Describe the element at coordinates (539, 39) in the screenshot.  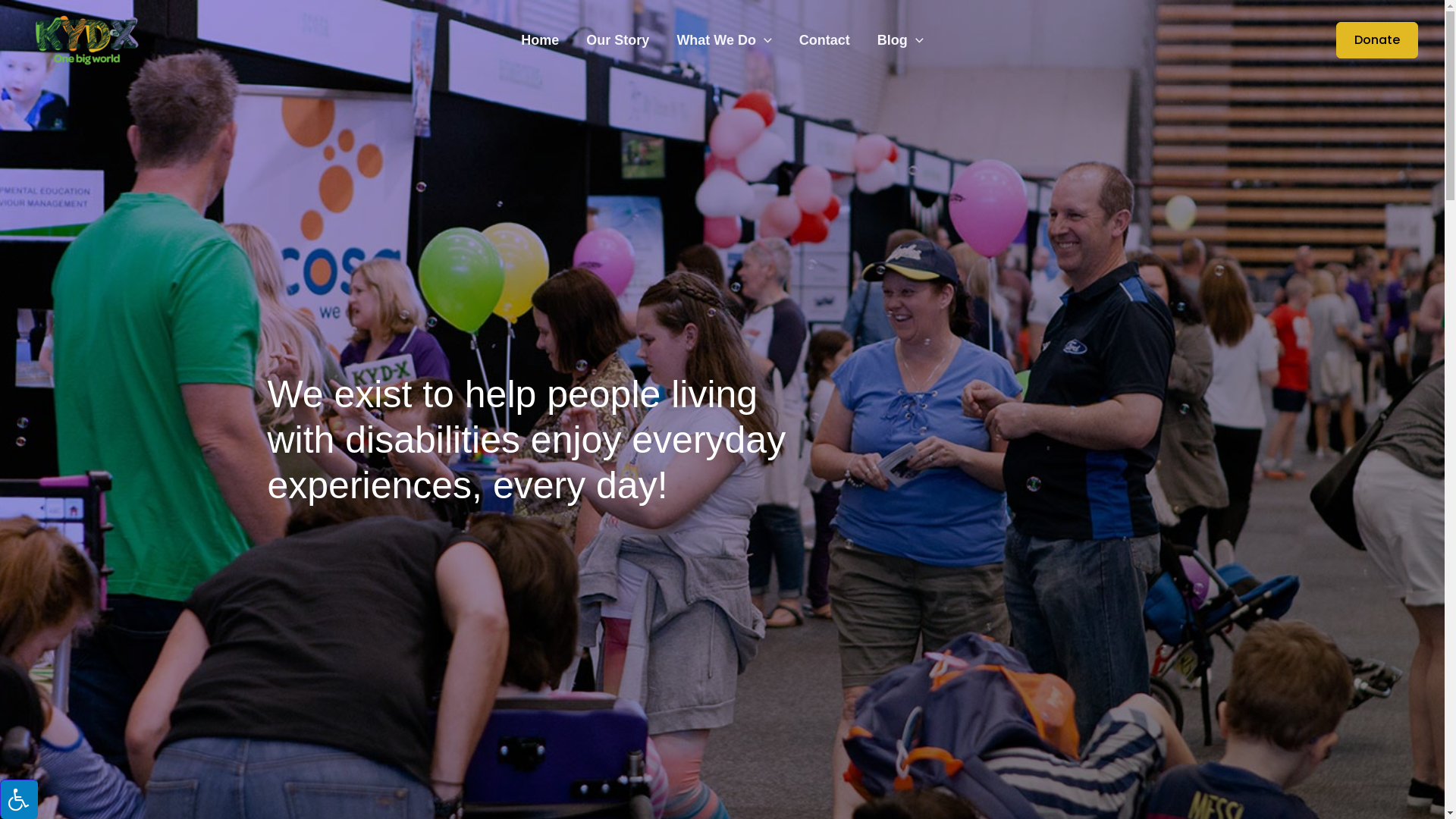
I see `'Home'` at that location.